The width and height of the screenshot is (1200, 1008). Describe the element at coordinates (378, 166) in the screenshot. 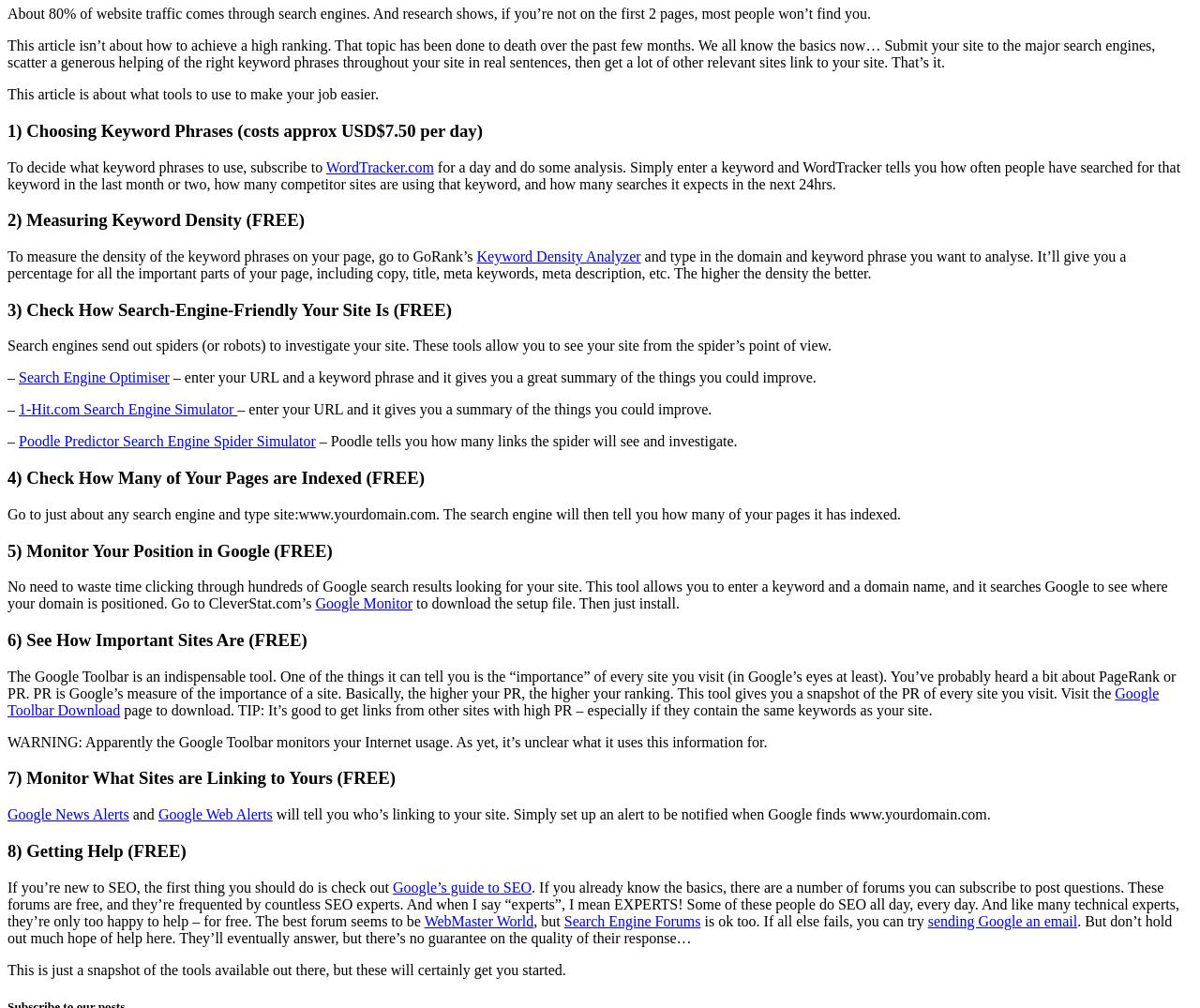

I see `'WordTracker.com'` at that location.